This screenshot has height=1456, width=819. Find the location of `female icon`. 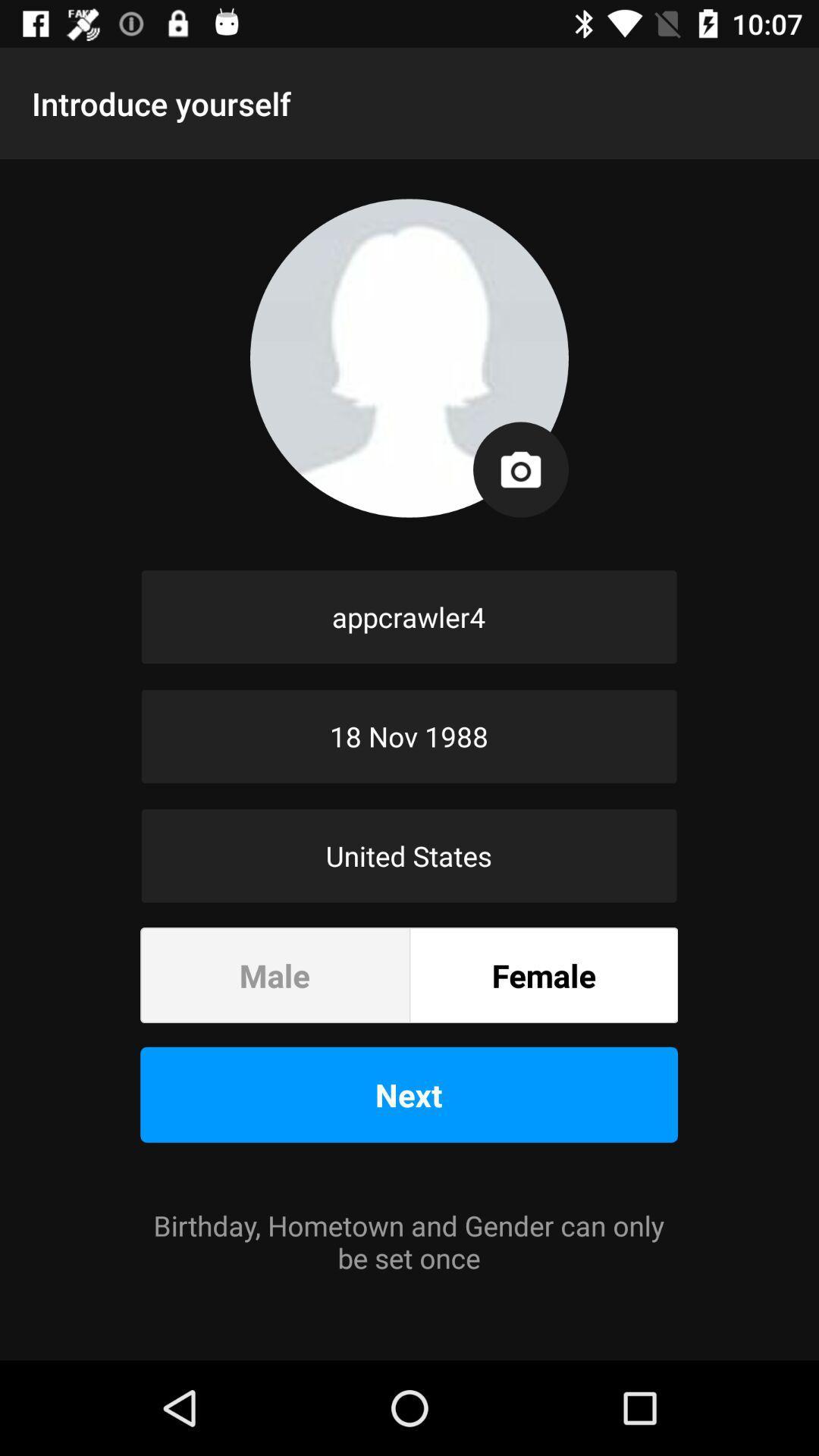

female icon is located at coordinates (543, 975).